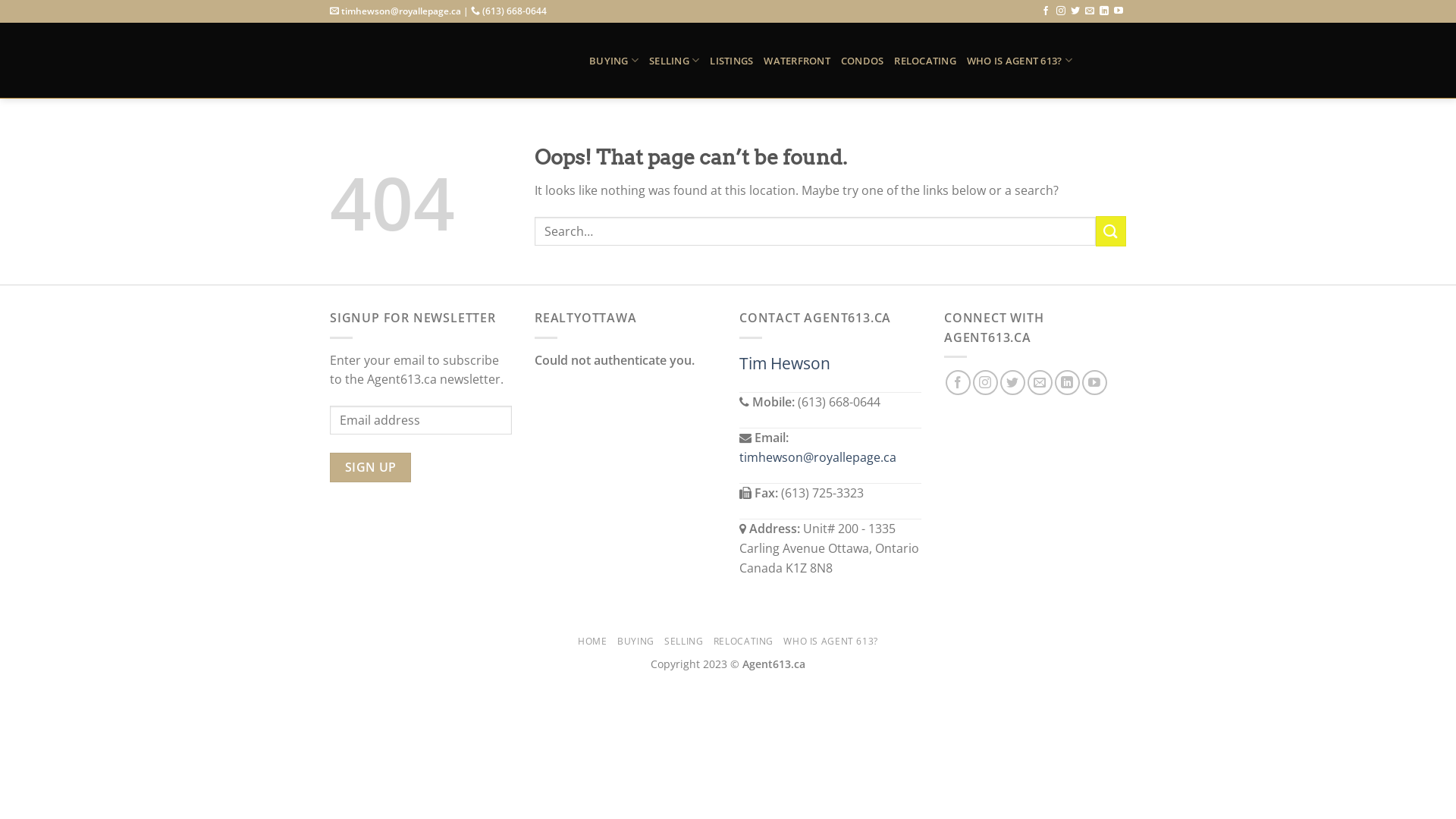 The image size is (1456, 819). What do you see at coordinates (1118, 11) in the screenshot?
I see `'Follow on YouTube'` at bounding box center [1118, 11].